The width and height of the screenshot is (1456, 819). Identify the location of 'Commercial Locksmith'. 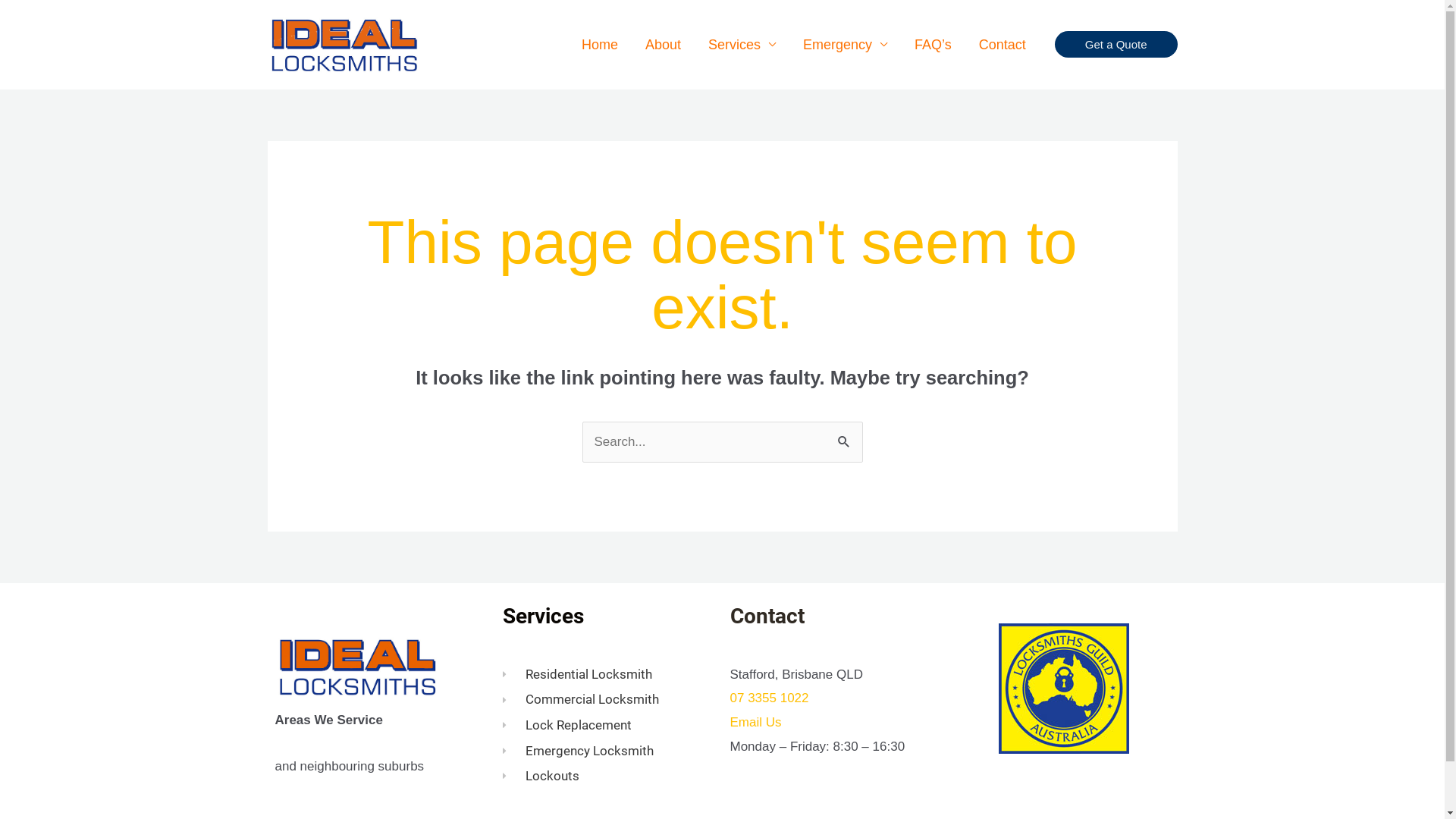
(607, 699).